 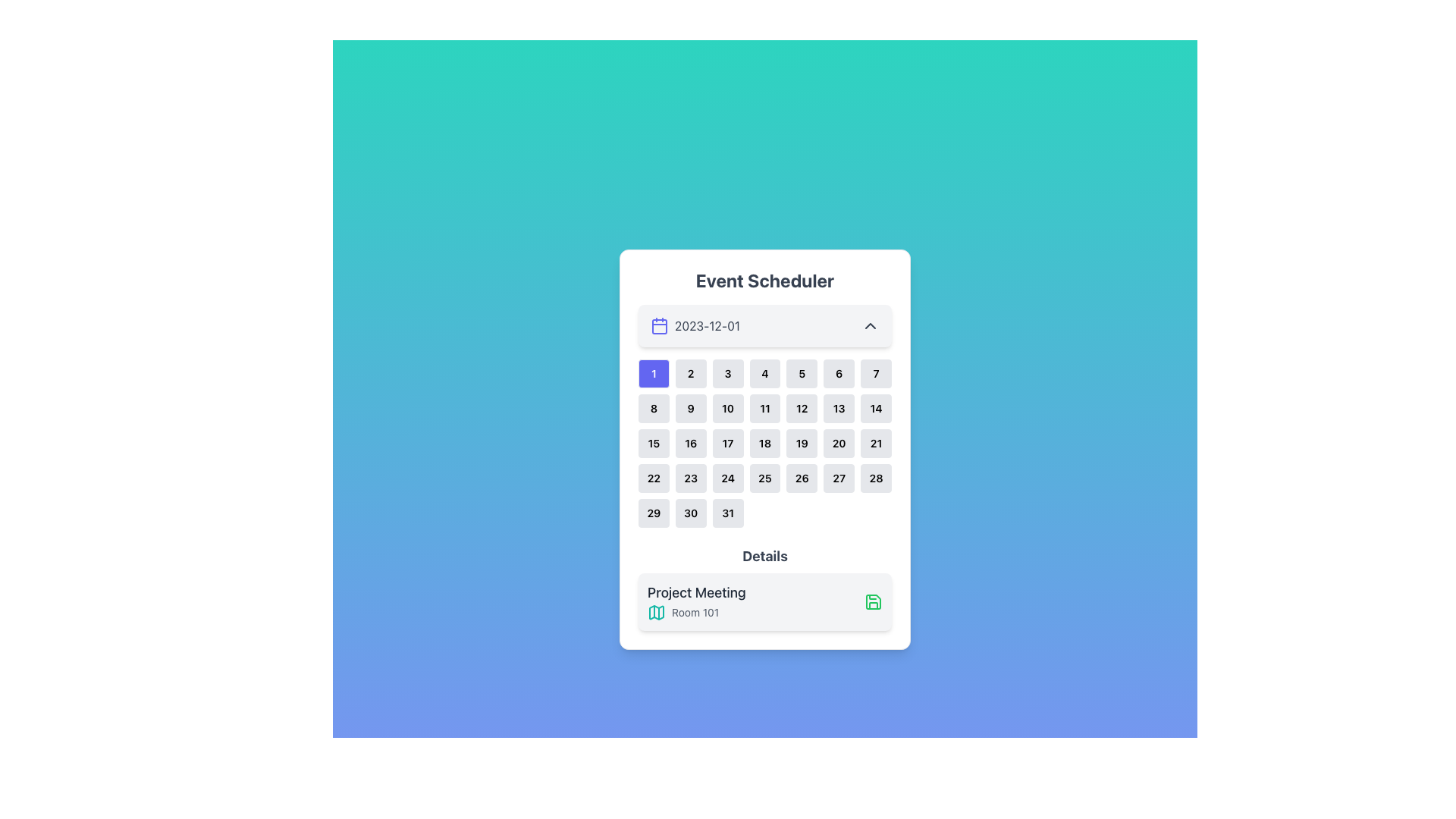 What do you see at coordinates (800, 444) in the screenshot?
I see `the interactive calendar tile representing the 19th day of the month` at bounding box center [800, 444].